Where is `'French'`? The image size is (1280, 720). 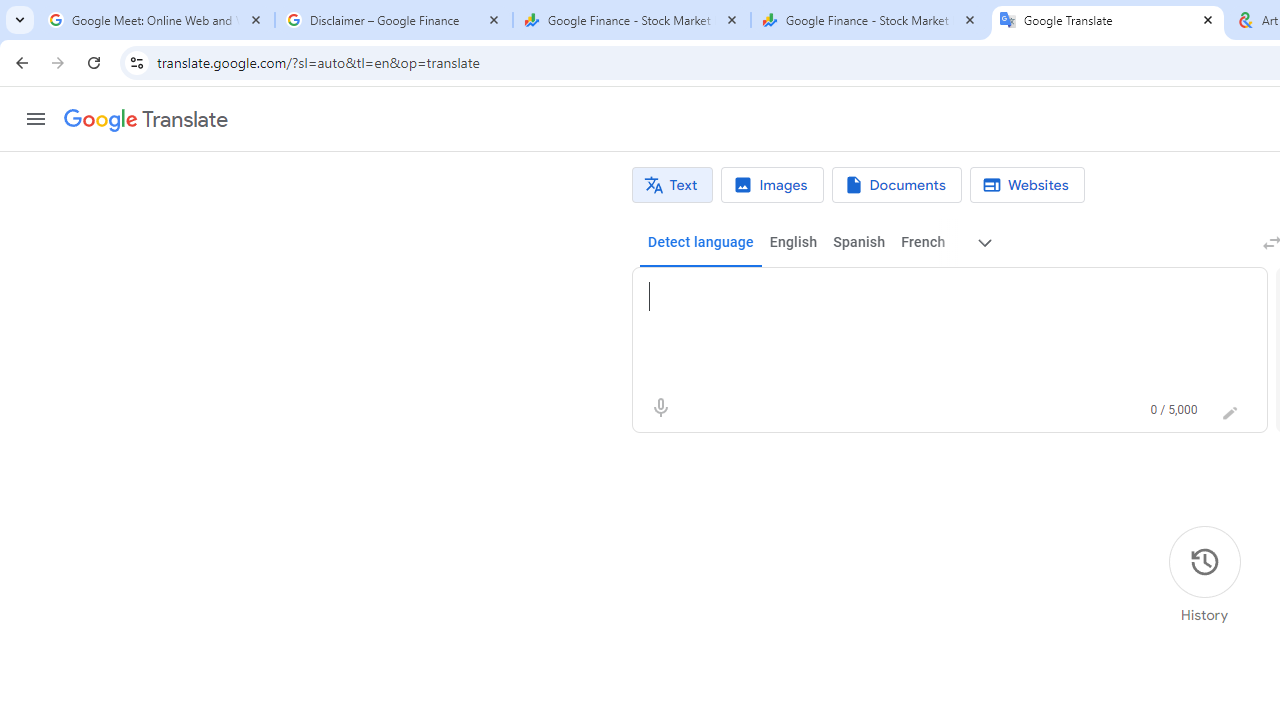 'French' is located at coordinates (921, 242).